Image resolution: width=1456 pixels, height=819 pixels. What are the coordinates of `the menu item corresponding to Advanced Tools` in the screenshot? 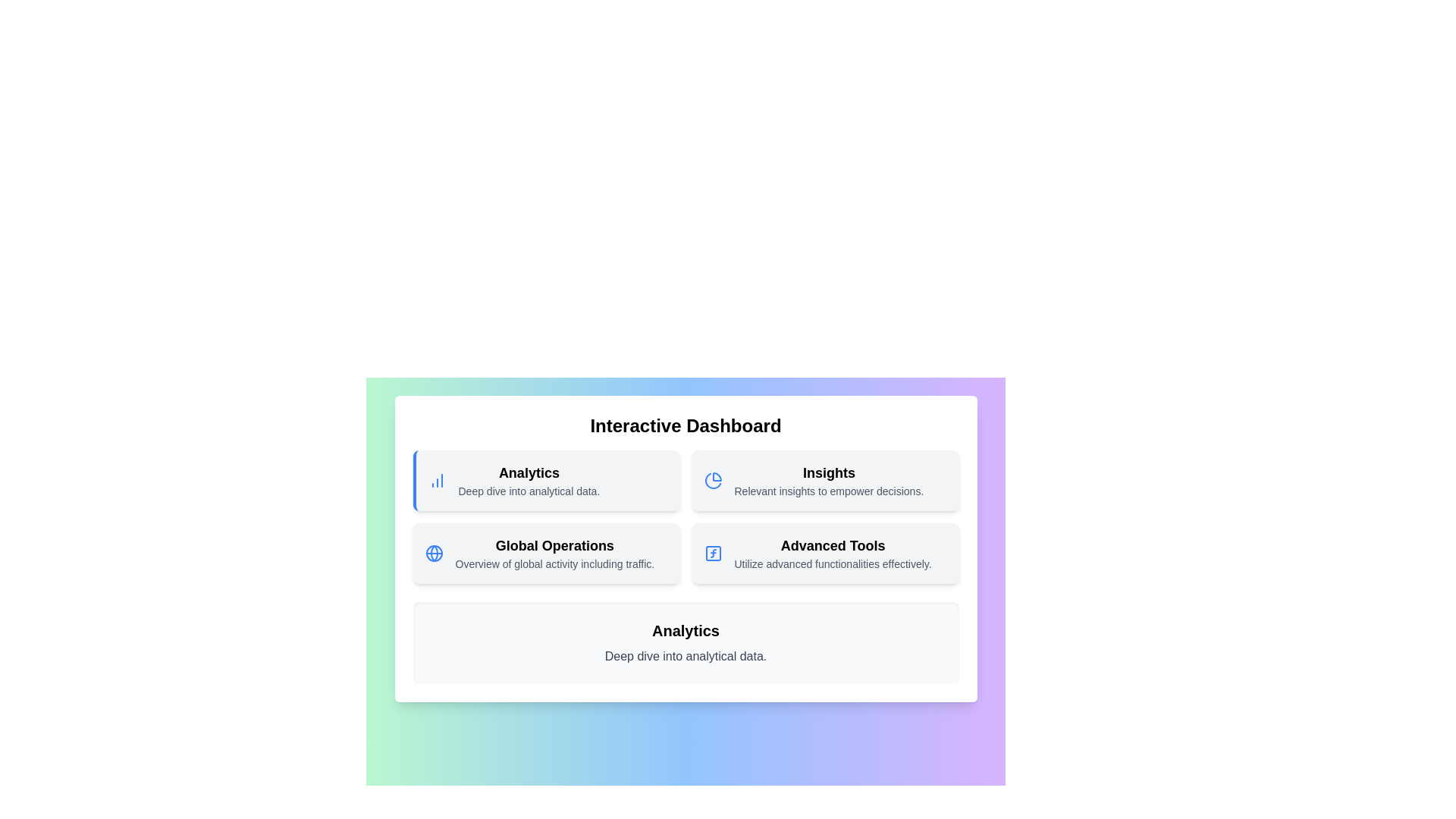 It's located at (824, 553).